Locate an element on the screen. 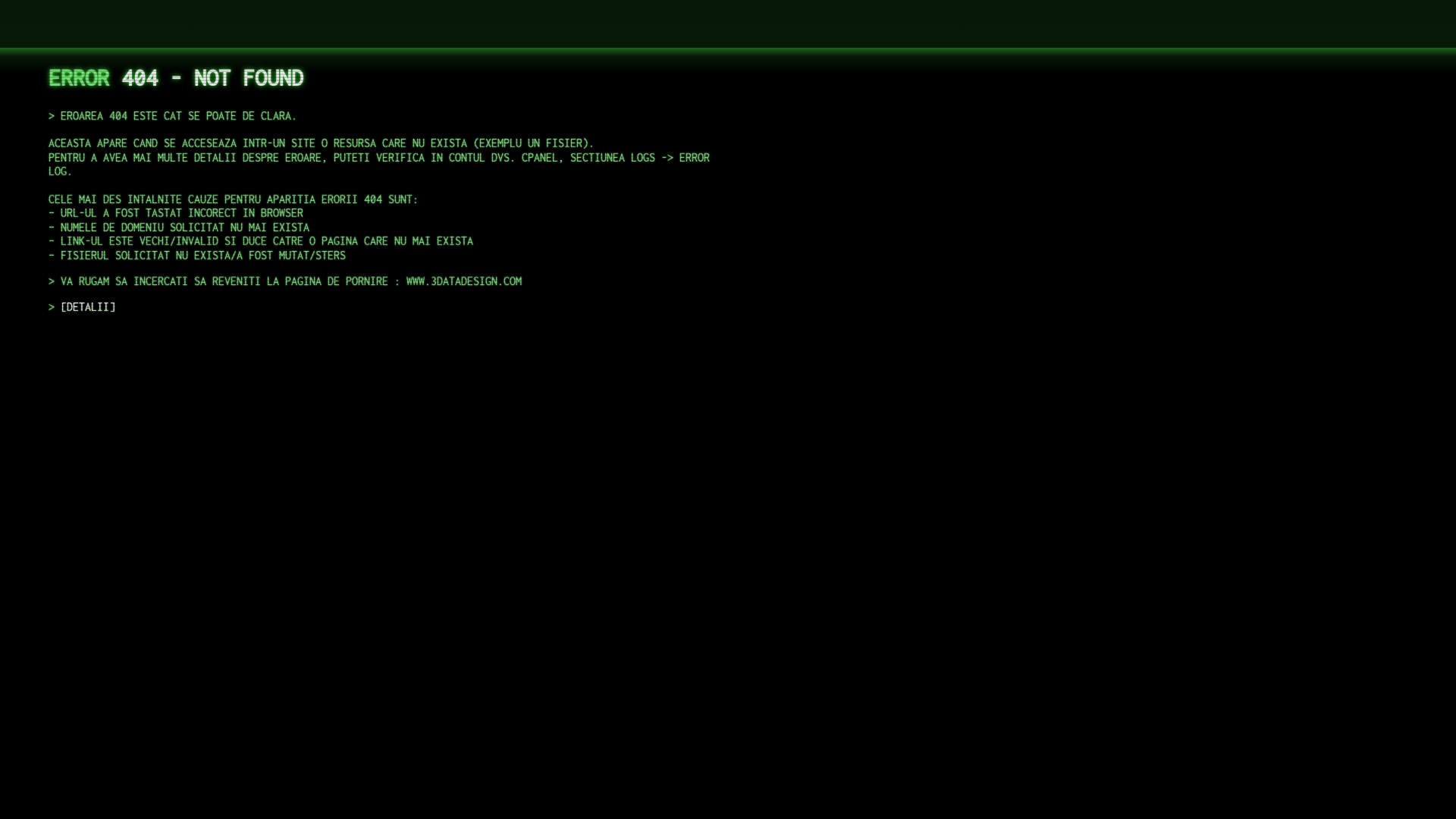 Image resolution: width=1456 pixels, height=819 pixels. 'DETALII' is located at coordinates (86, 306).